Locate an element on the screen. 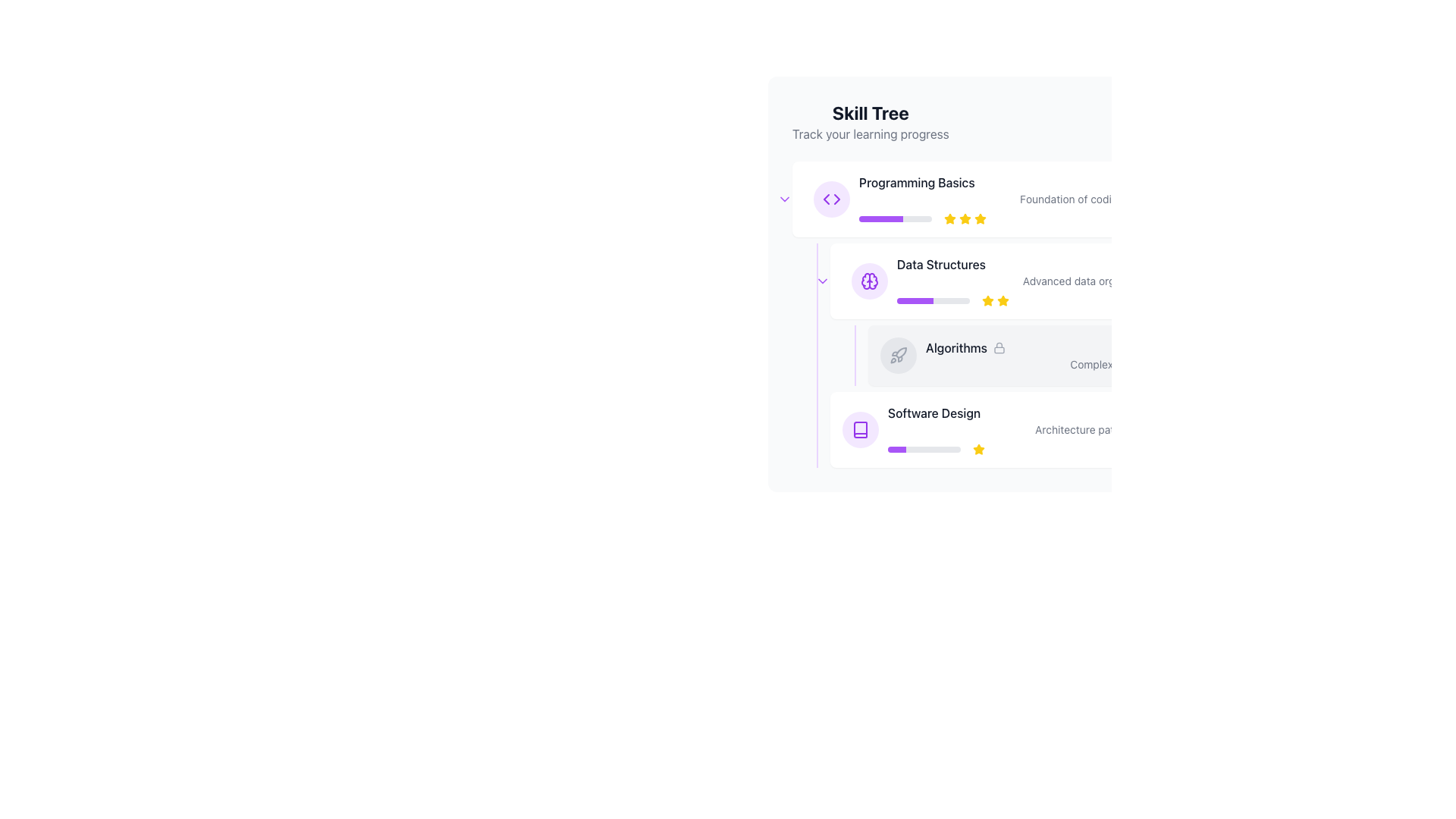 Image resolution: width=1456 pixels, height=819 pixels. the second star-shaped rating icon in the 'Skill Tree' interface for the 'Programming Basics' section to understand its status is located at coordinates (964, 219).